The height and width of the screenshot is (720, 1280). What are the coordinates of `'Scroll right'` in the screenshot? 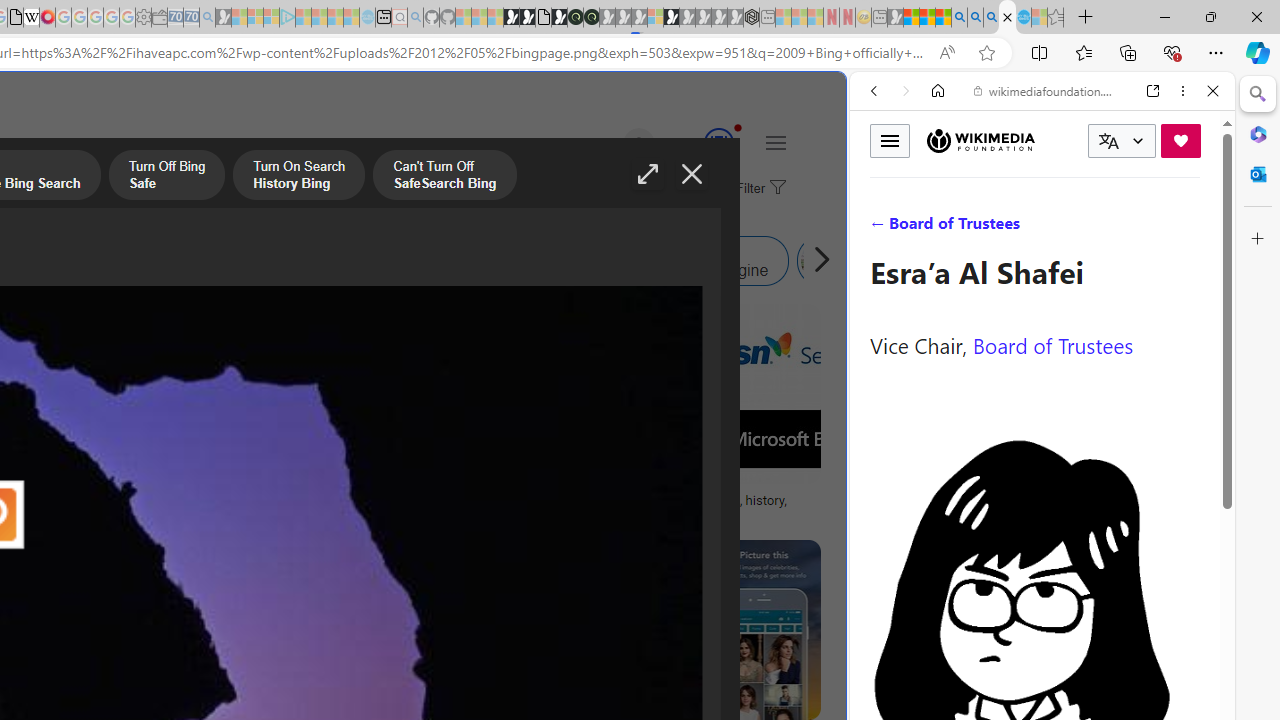 It's located at (816, 260).